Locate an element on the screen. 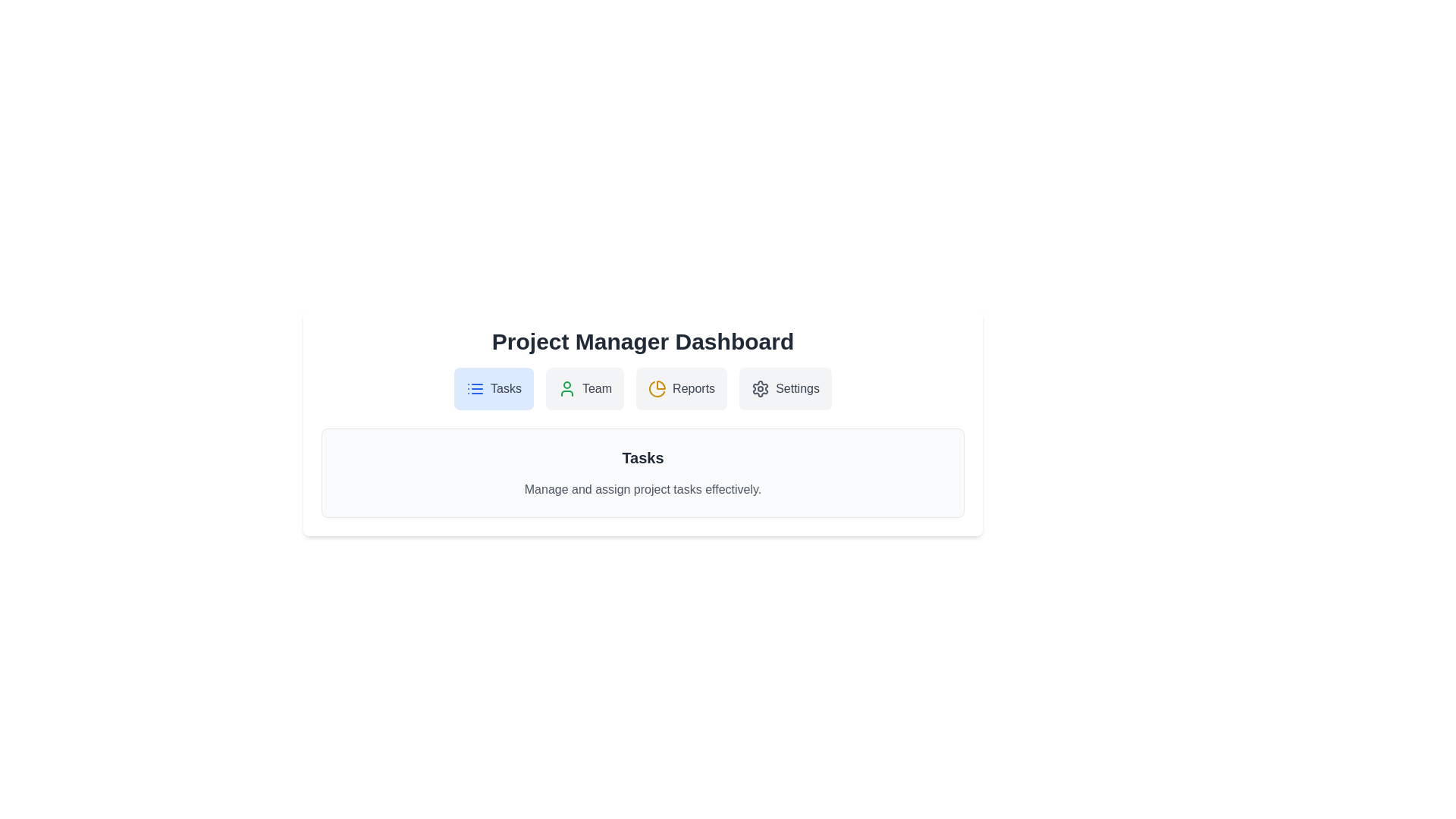 This screenshot has width=1456, height=819. the 'Tasks' button to view task-related content is located at coordinates (494, 388).